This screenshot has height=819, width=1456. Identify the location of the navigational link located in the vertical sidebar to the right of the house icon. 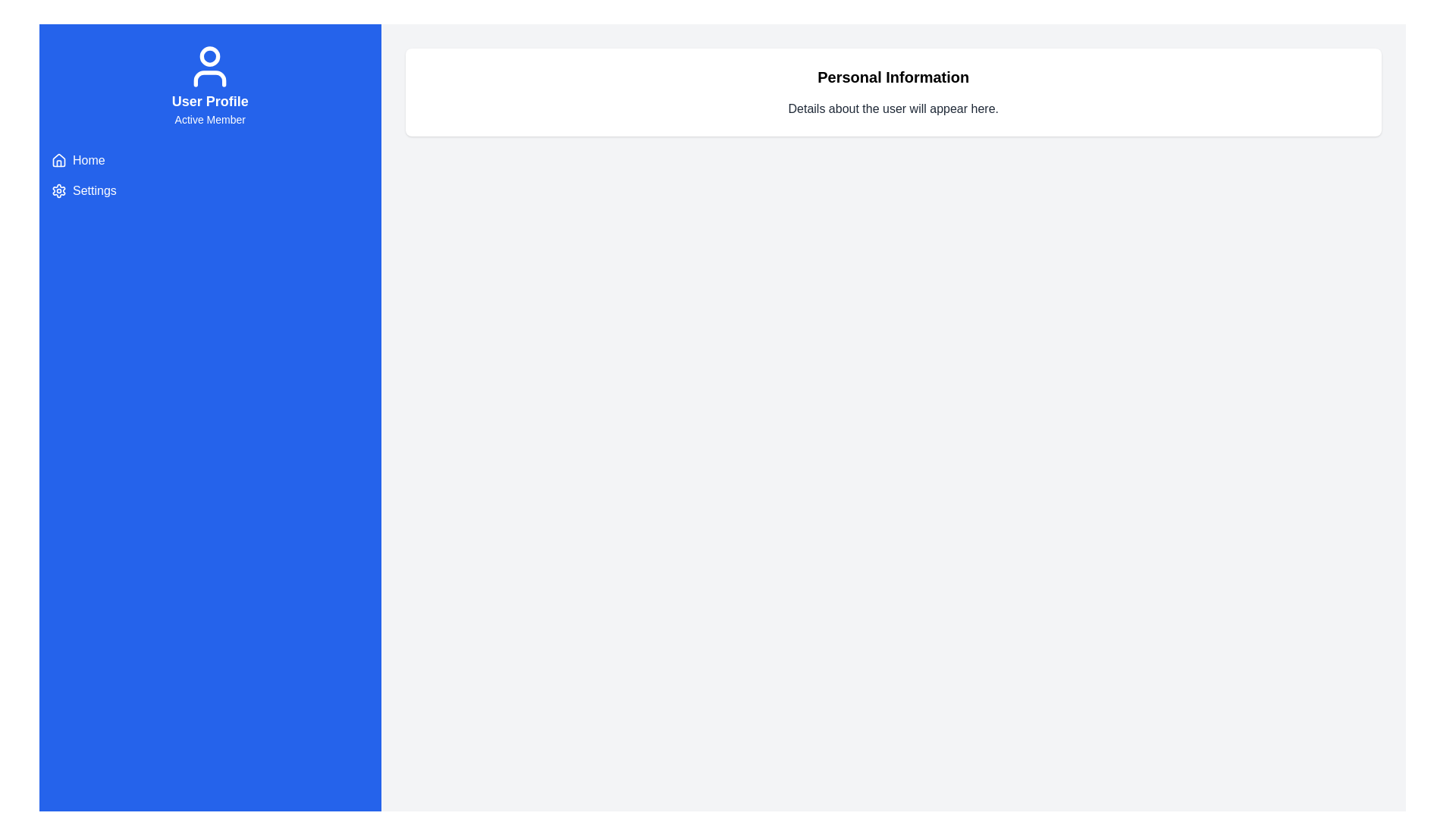
(88, 161).